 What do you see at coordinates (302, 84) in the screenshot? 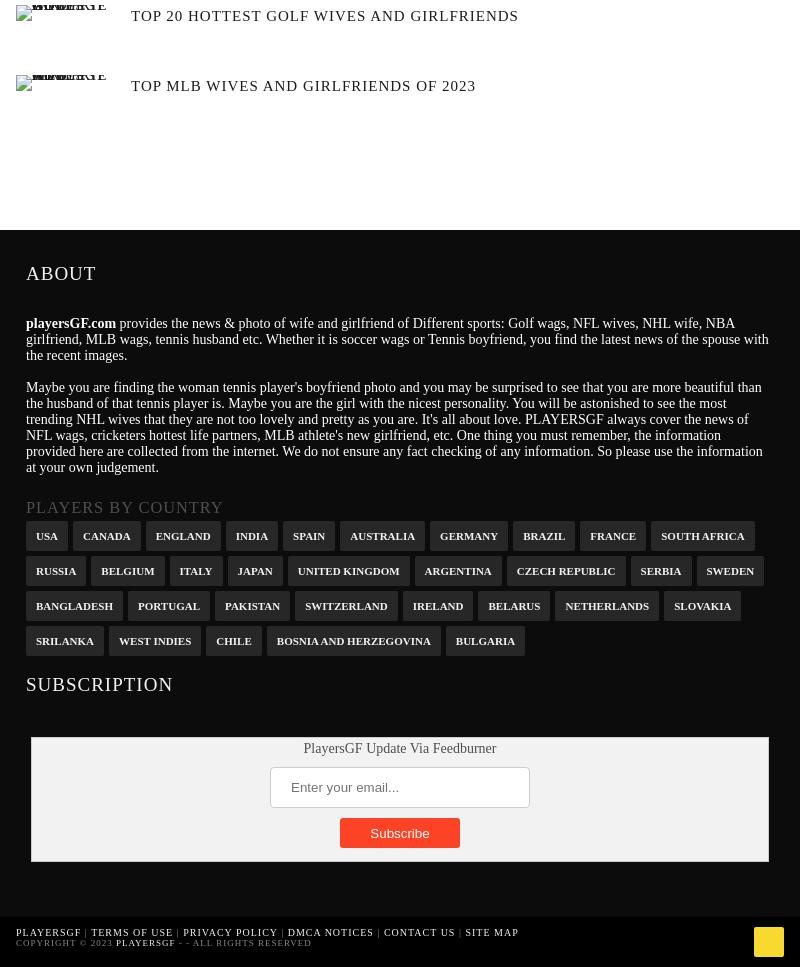
I see `'Top MLB Wives and Girlfriends of 2023'` at bounding box center [302, 84].